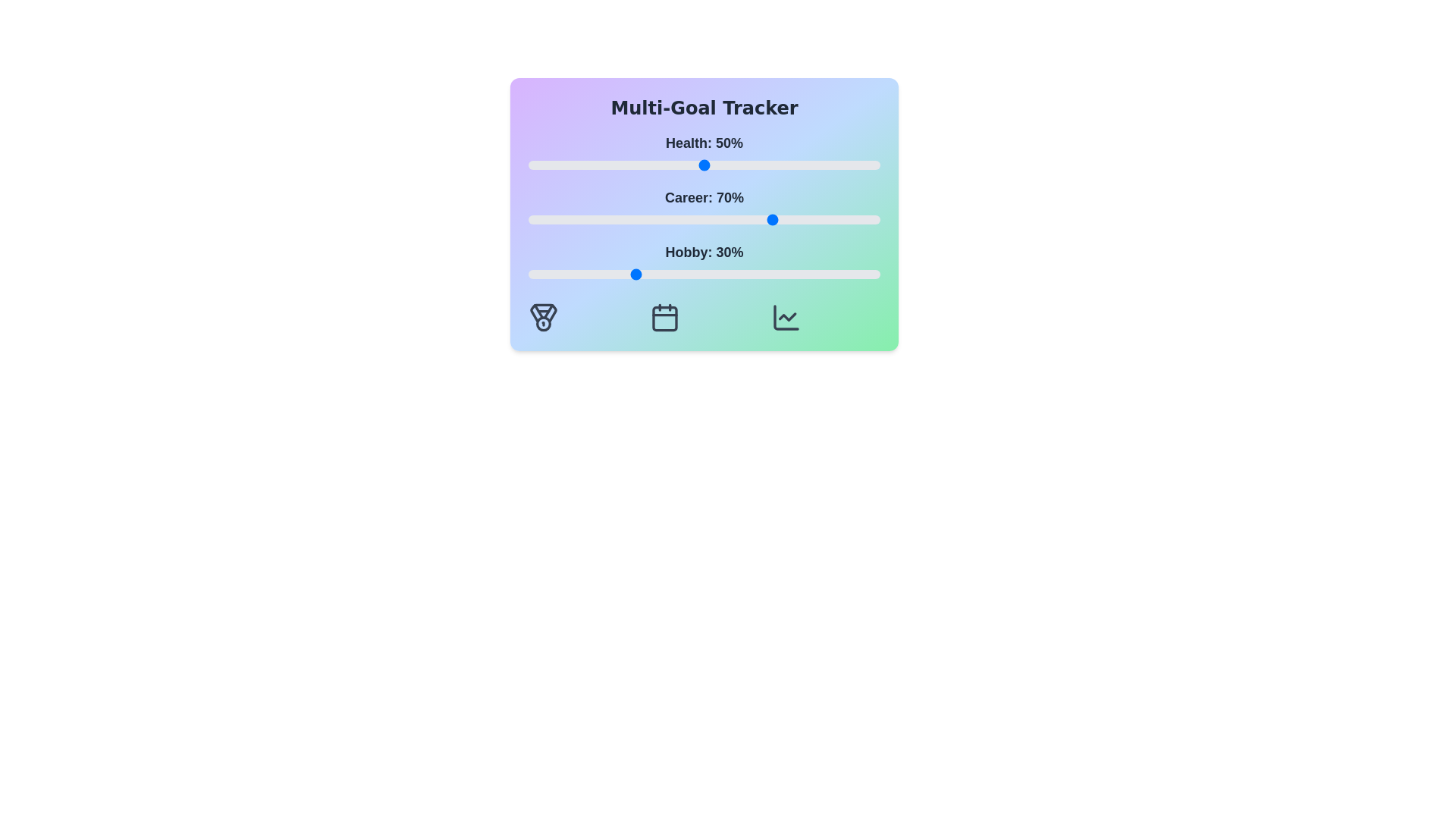 Image resolution: width=1456 pixels, height=819 pixels. I want to click on the 'Hobby' slider to 70%, so click(774, 275).